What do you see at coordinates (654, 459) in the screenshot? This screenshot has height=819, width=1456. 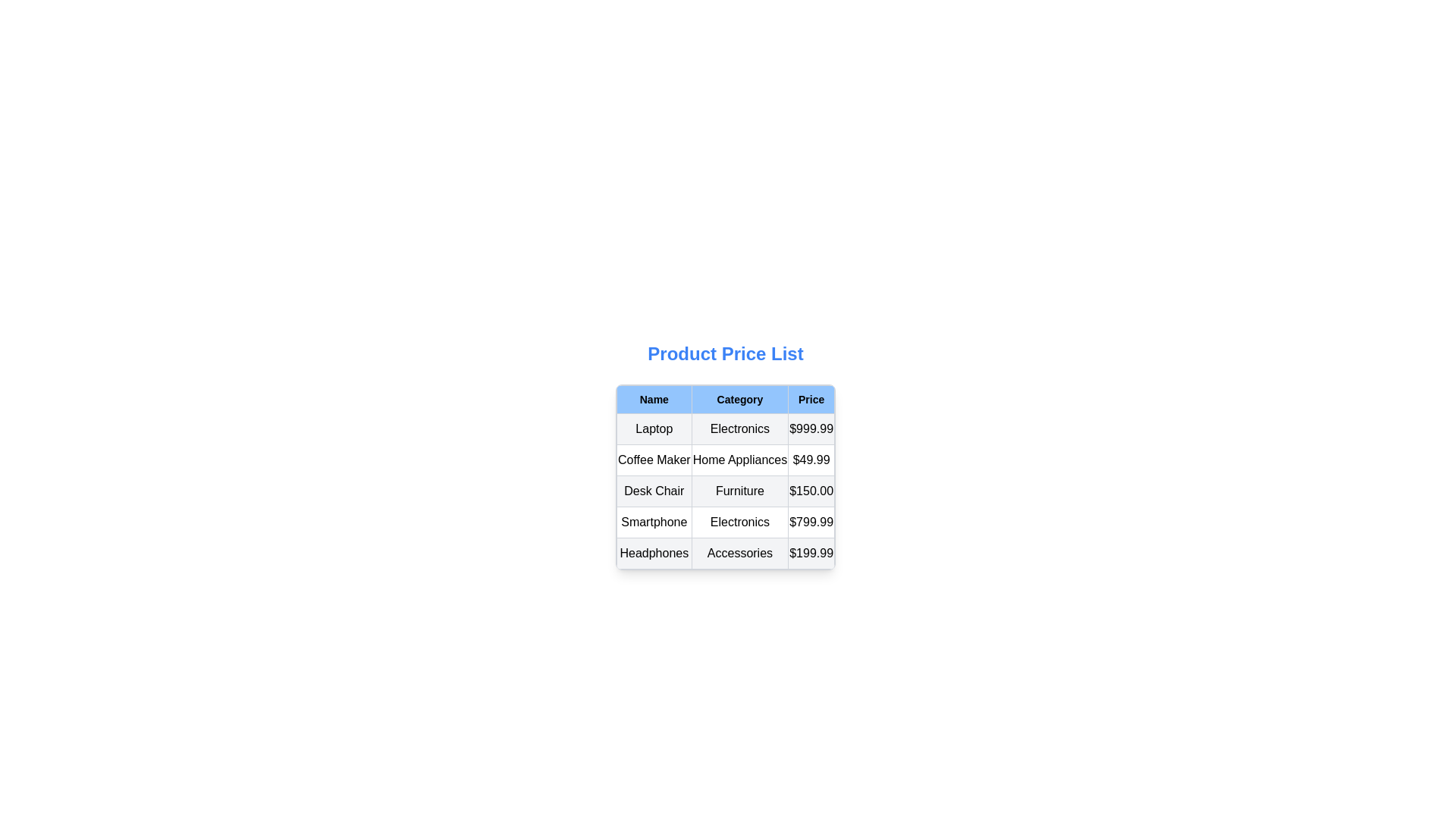 I see `the 'Coffee Maker' static text label located in the second row of the table under the 'Name' column, styled with a center-aligned text layout and bordered by a gray rectangle` at bounding box center [654, 459].